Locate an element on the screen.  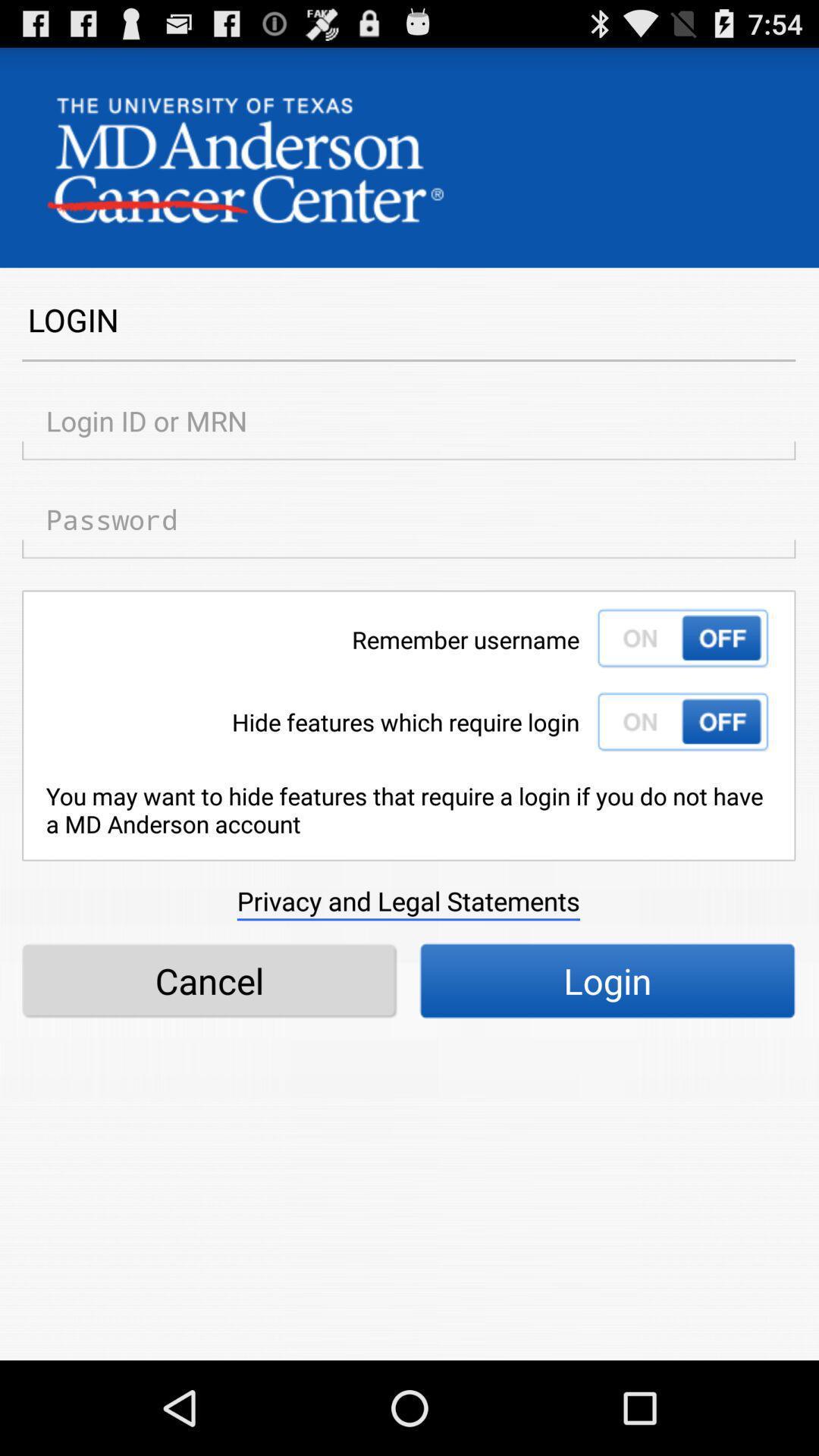
icon next to the login icon is located at coordinates (209, 981).